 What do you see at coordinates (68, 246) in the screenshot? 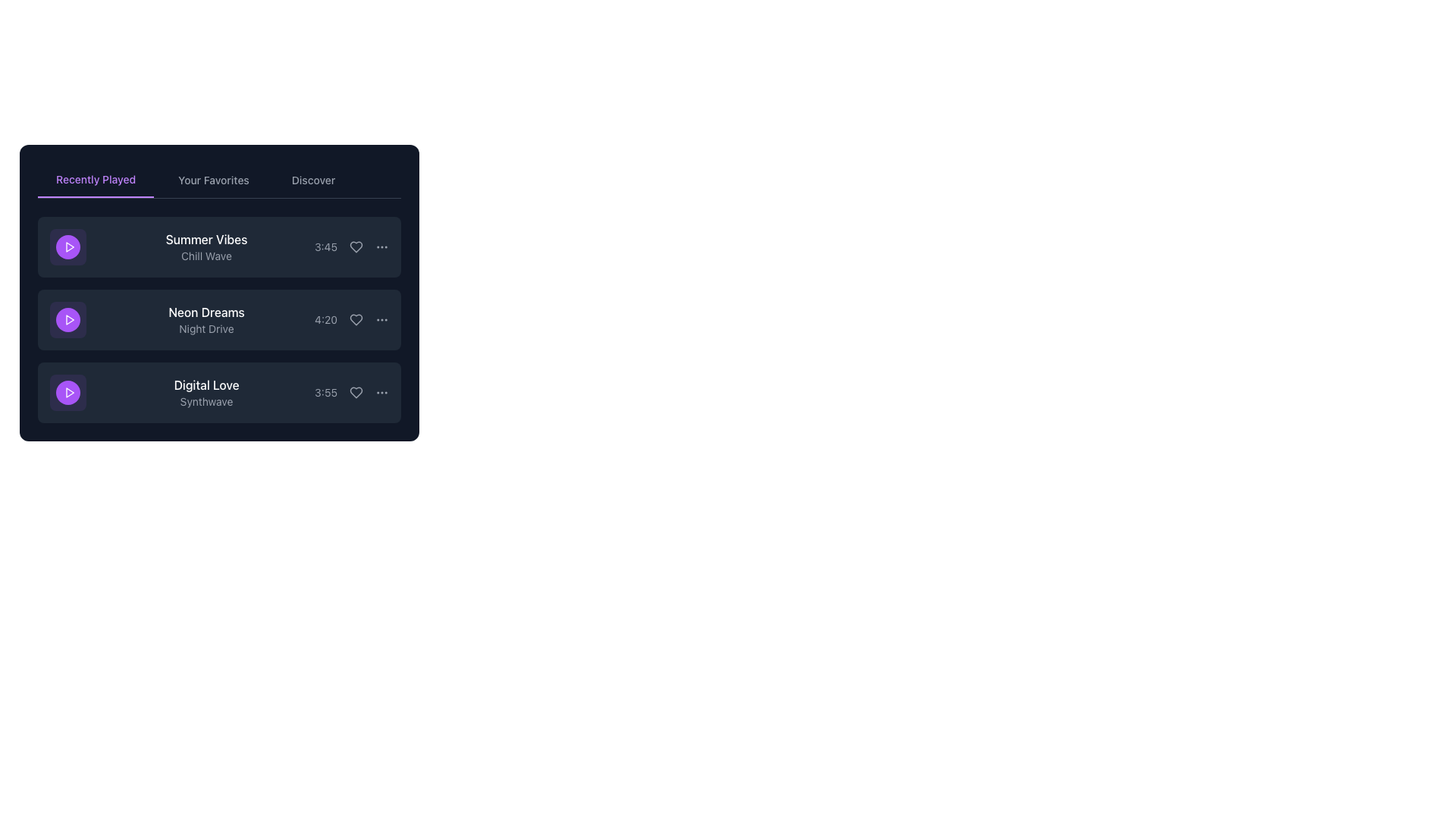
I see `the small triangular play icon, which is styled in white and located within a purple circular button to the left of the 'Summer Vibes' song entry in the 'Recently Played' section, to play the song` at bounding box center [68, 246].